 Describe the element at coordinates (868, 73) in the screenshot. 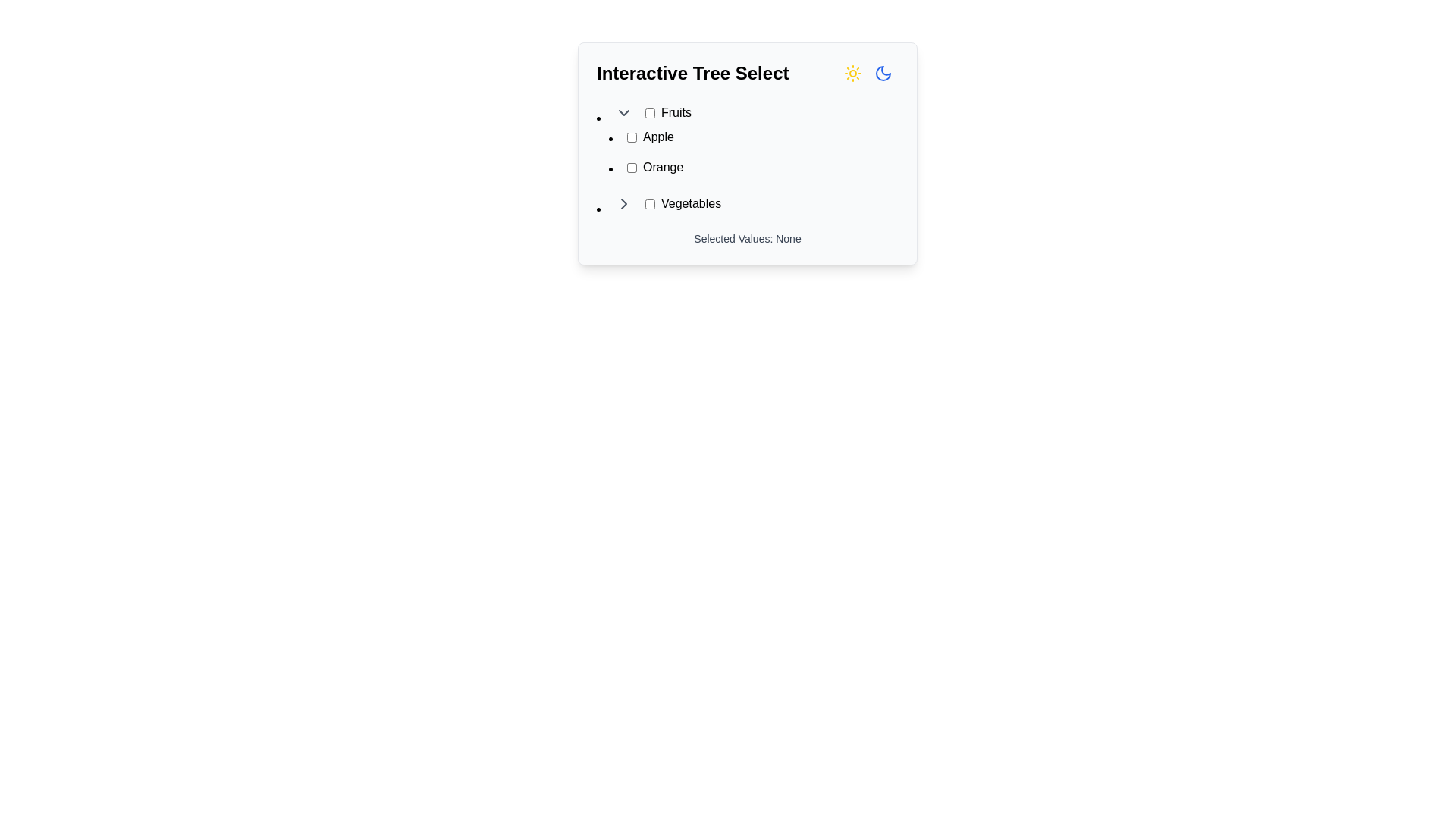

I see `the second icon` at that location.